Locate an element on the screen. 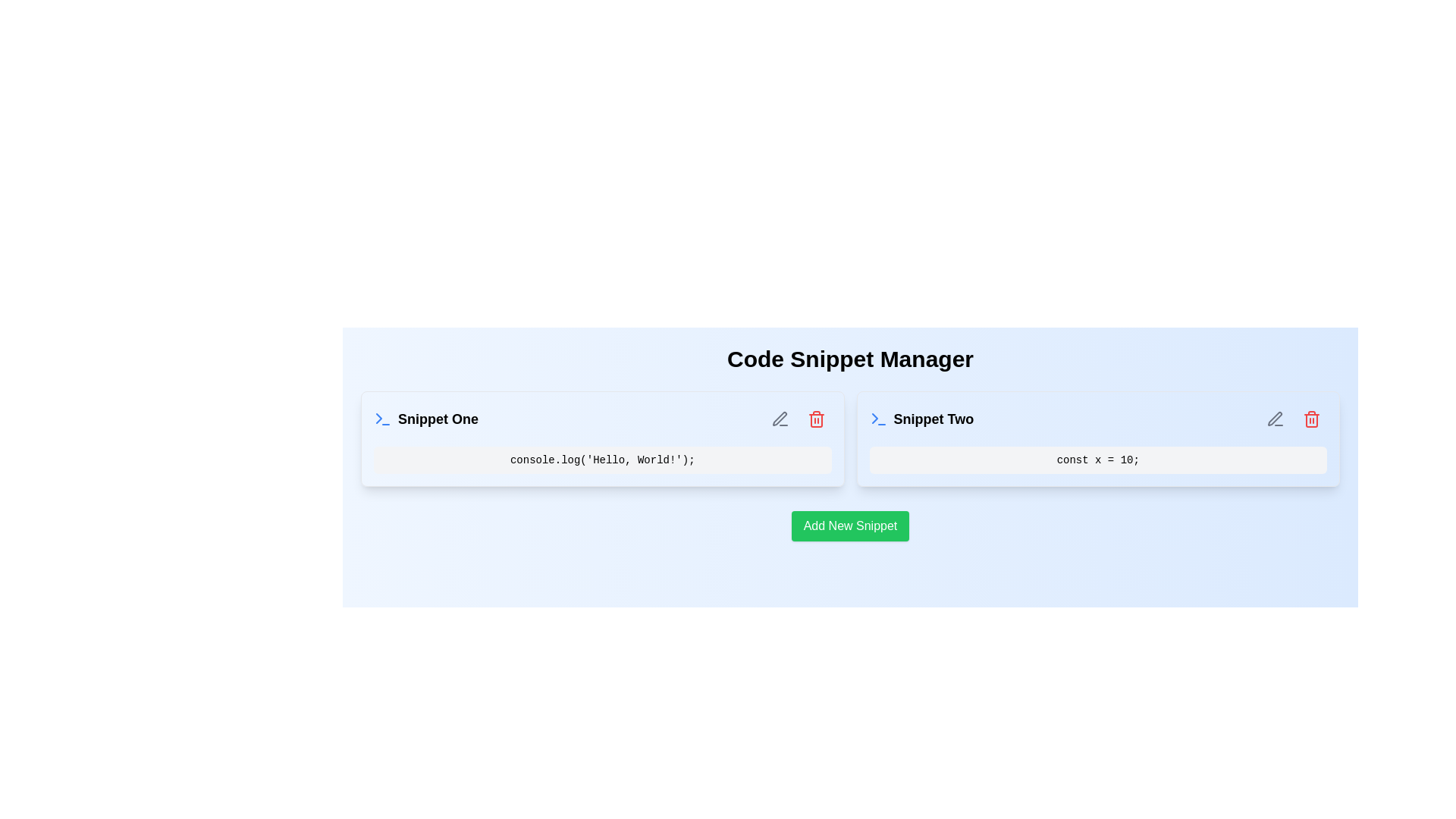 Image resolution: width=1456 pixels, height=819 pixels. the edit button located to the right of 'Snippet One' is located at coordinates (780, 419).